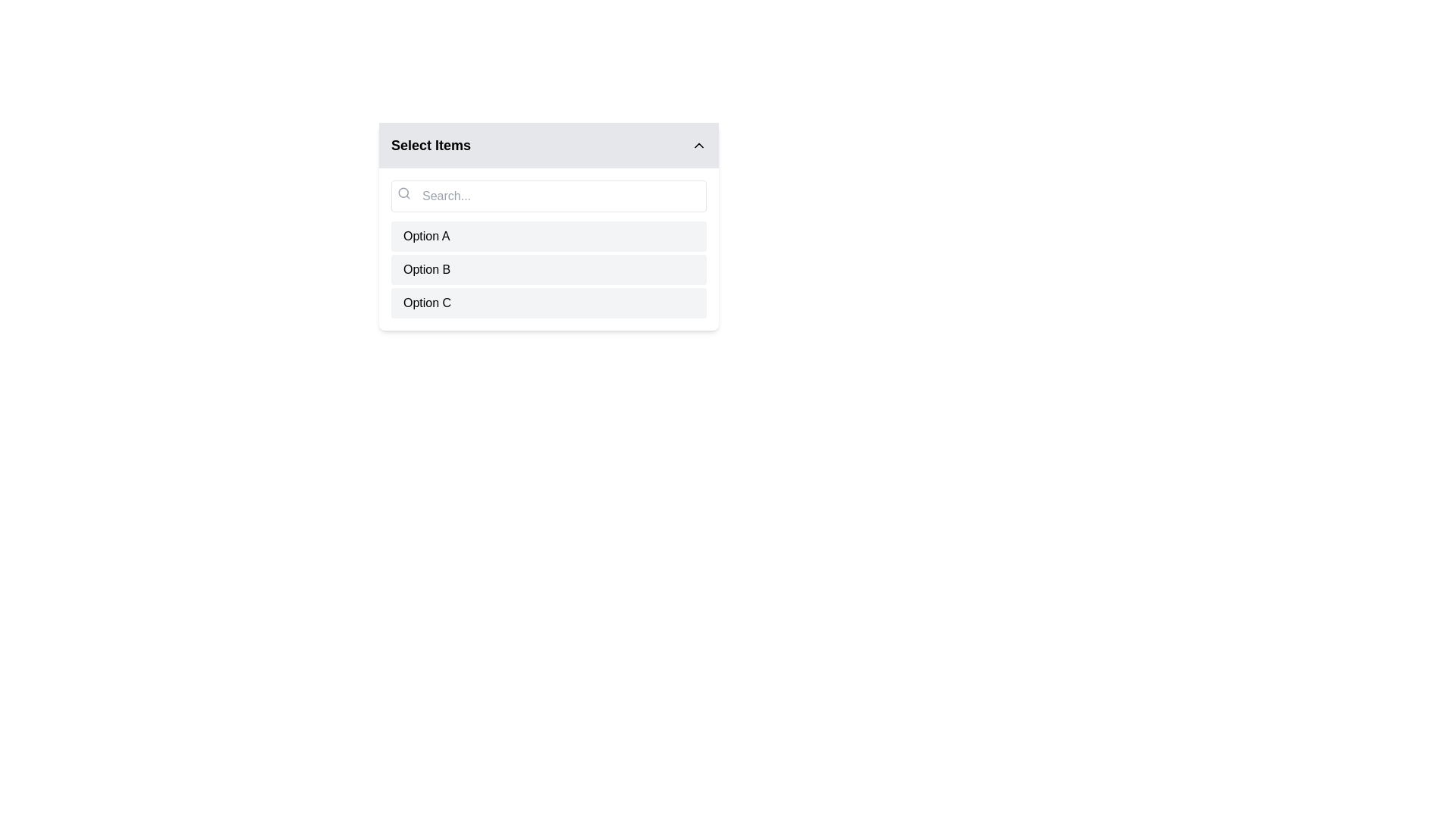  Describe the element at coordinates (403, 192) in the screenshot. I see `the search input icon resembling a magnifying glass located at the top-left part of the search bar's input field, adjacent to the placeholder text 'Search...' in the dropdown panel` at that location.